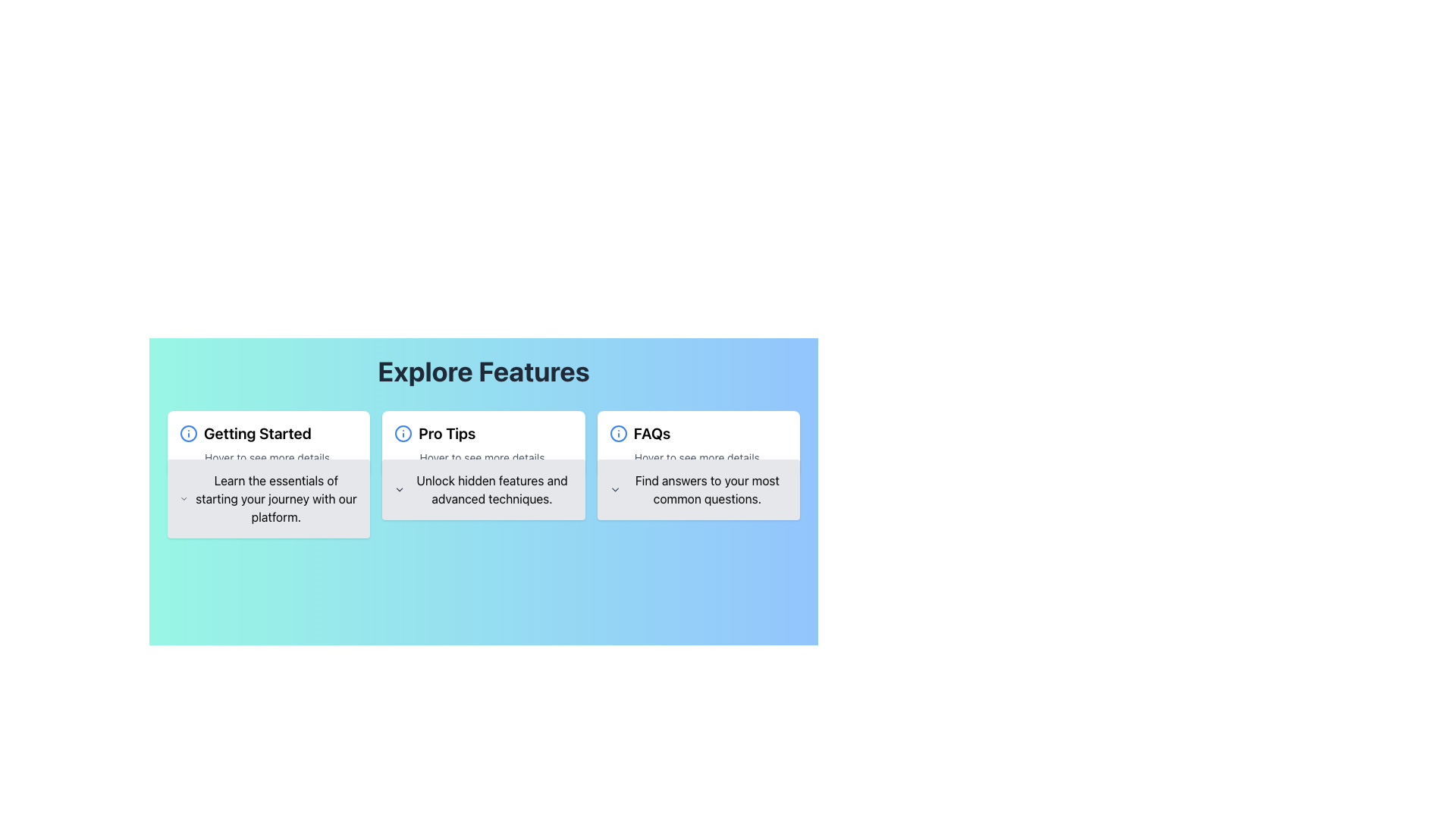  I want to click on the descriptive text element in the 'Pro Tips' card, which provides information about advanced features and techniques, so click(491, 489).